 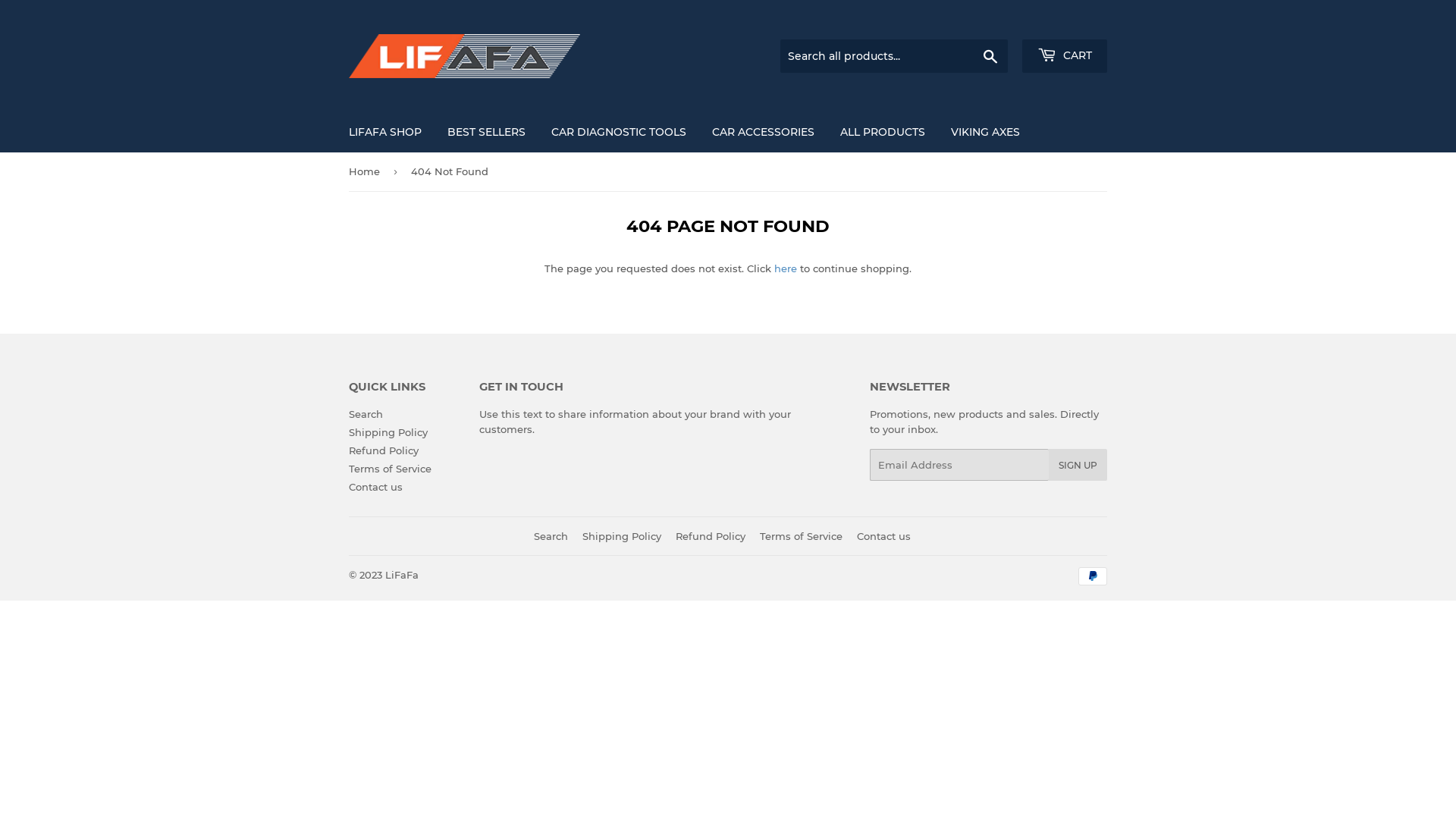 What do you see at coordinates (367, 171) in the screenshot?
I see `'Home'` at bounding box center [367, 171].